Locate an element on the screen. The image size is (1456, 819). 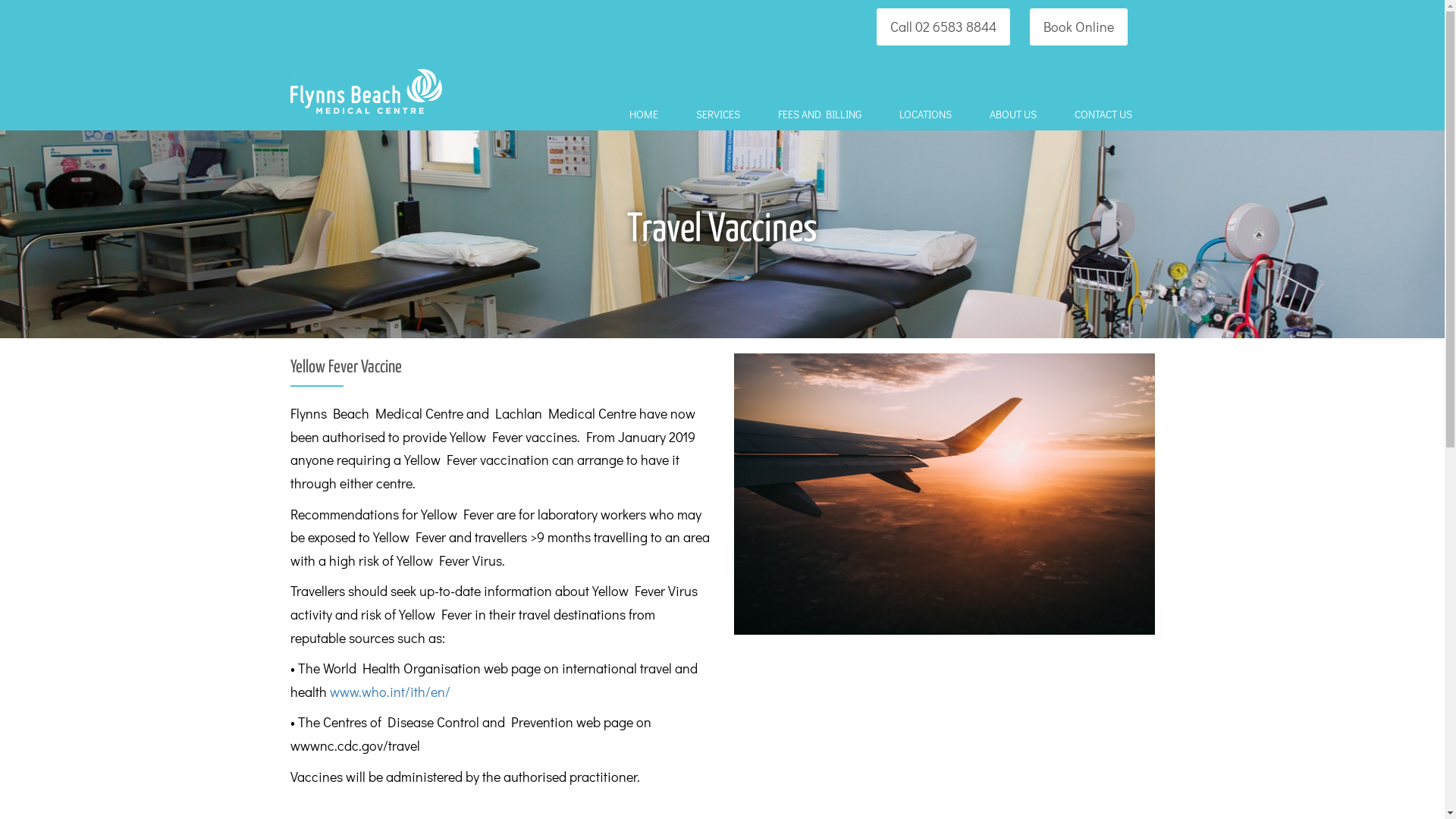
'Call 02 6583 8844' is located at coordinates (942, 27).